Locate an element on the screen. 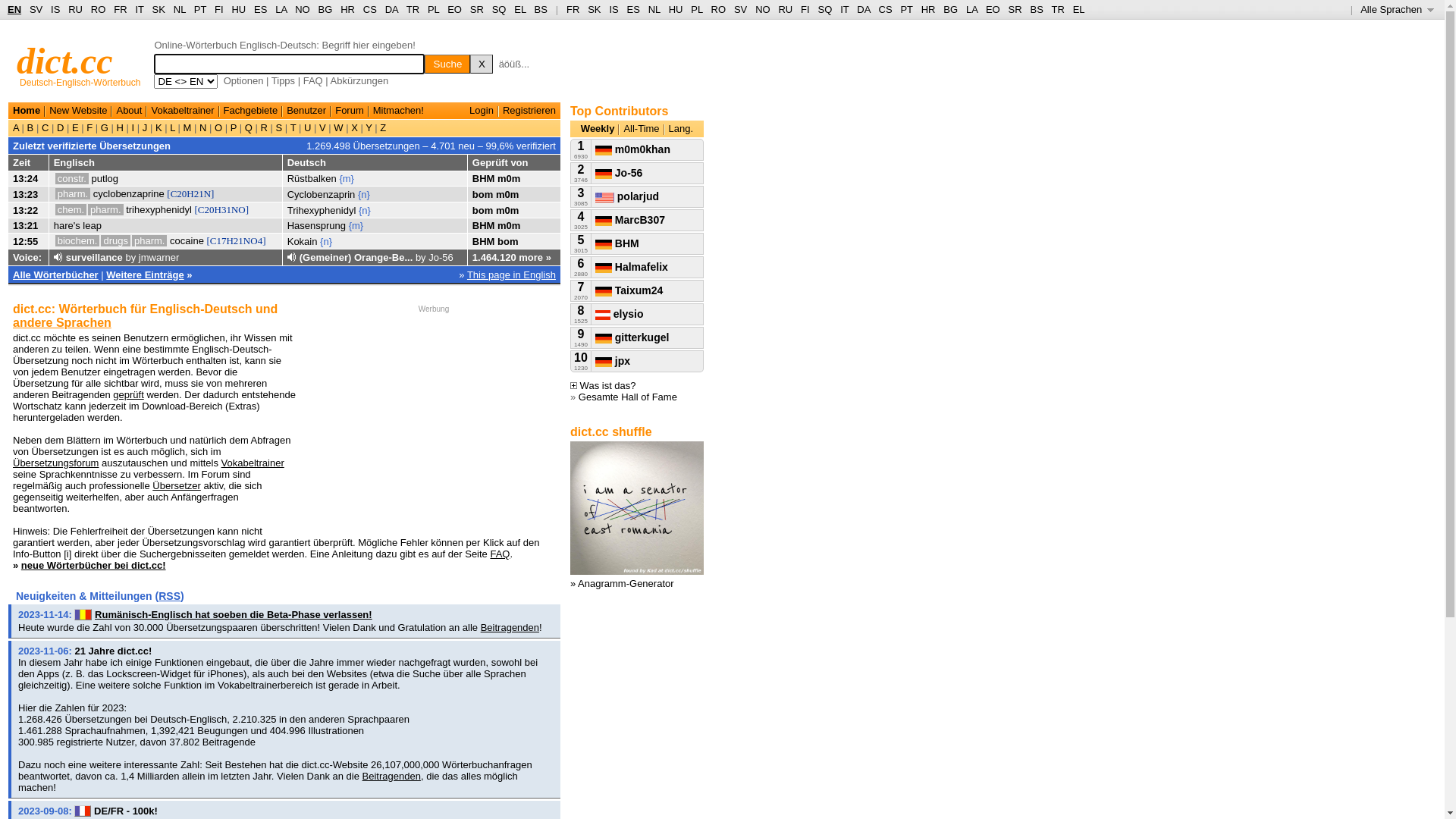 The width and height of the screenshot is (1456, 819). 'LA' is located at coordinates (971, 9).